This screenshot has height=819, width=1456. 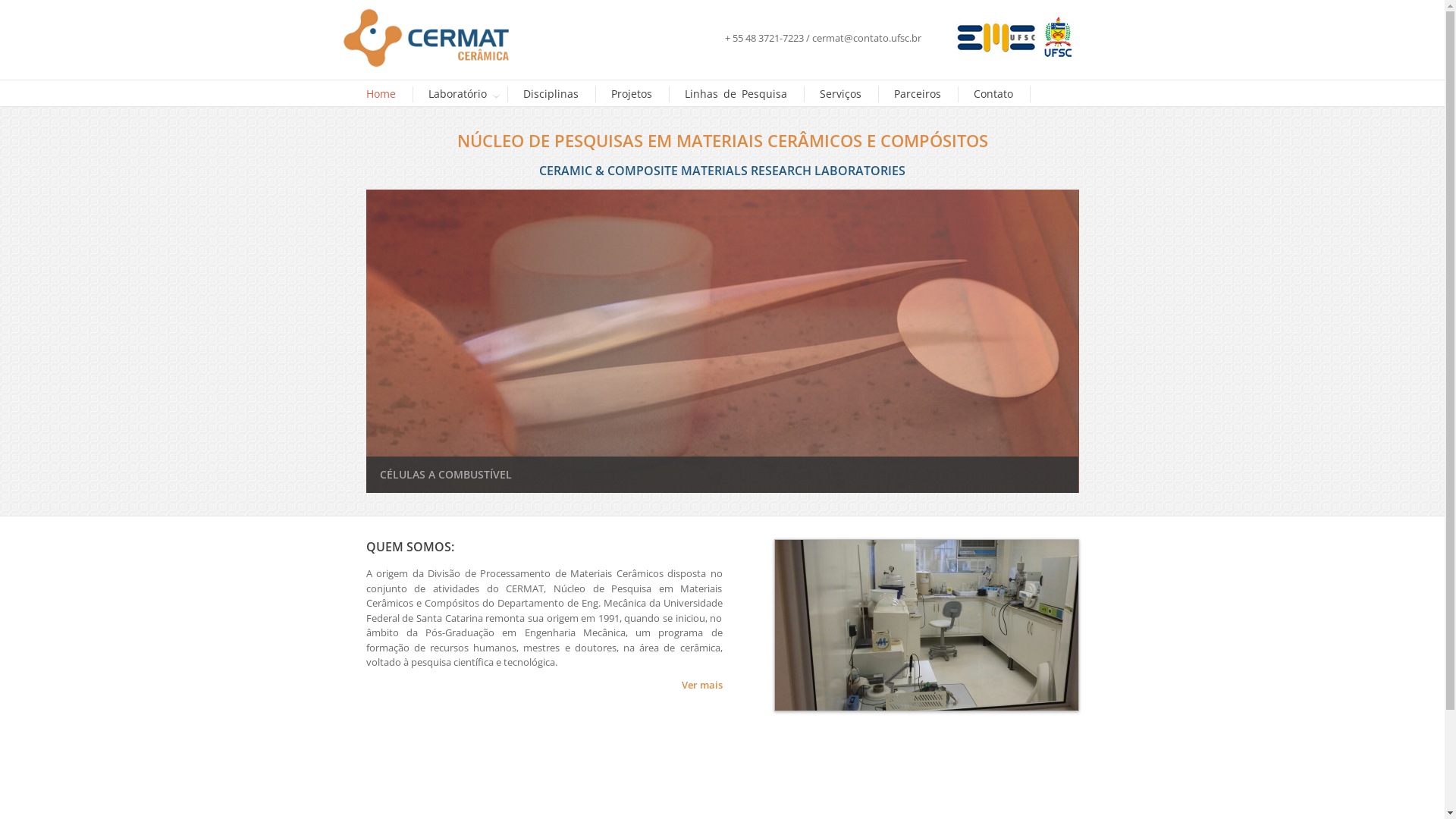 I want to click on 'Ver mais', so click(x=701, y=685).